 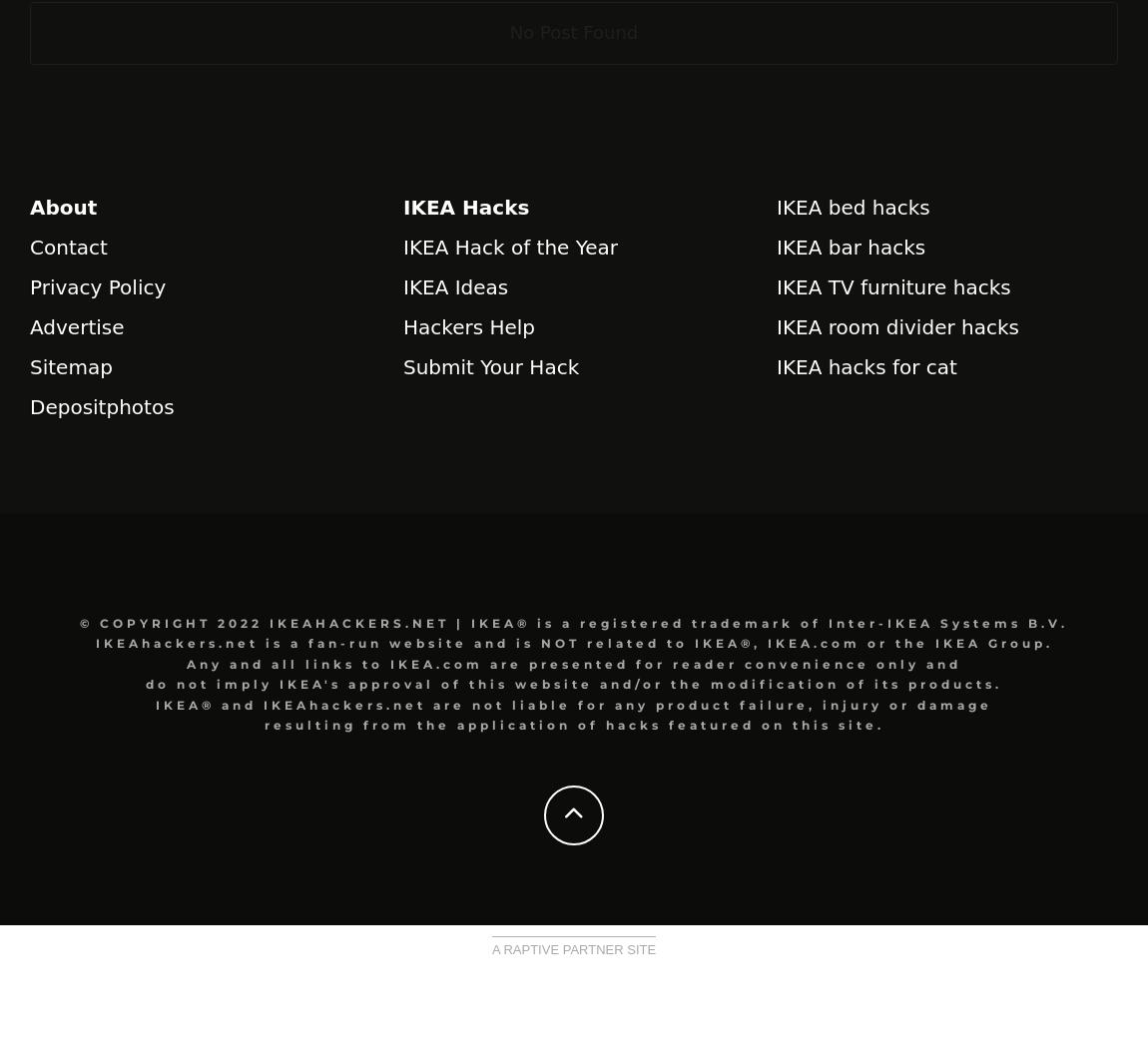 What do you see at coordinates (469, 326) in the screenshot?
I see `'Hackers Help'` at bounding box center [469, 326].